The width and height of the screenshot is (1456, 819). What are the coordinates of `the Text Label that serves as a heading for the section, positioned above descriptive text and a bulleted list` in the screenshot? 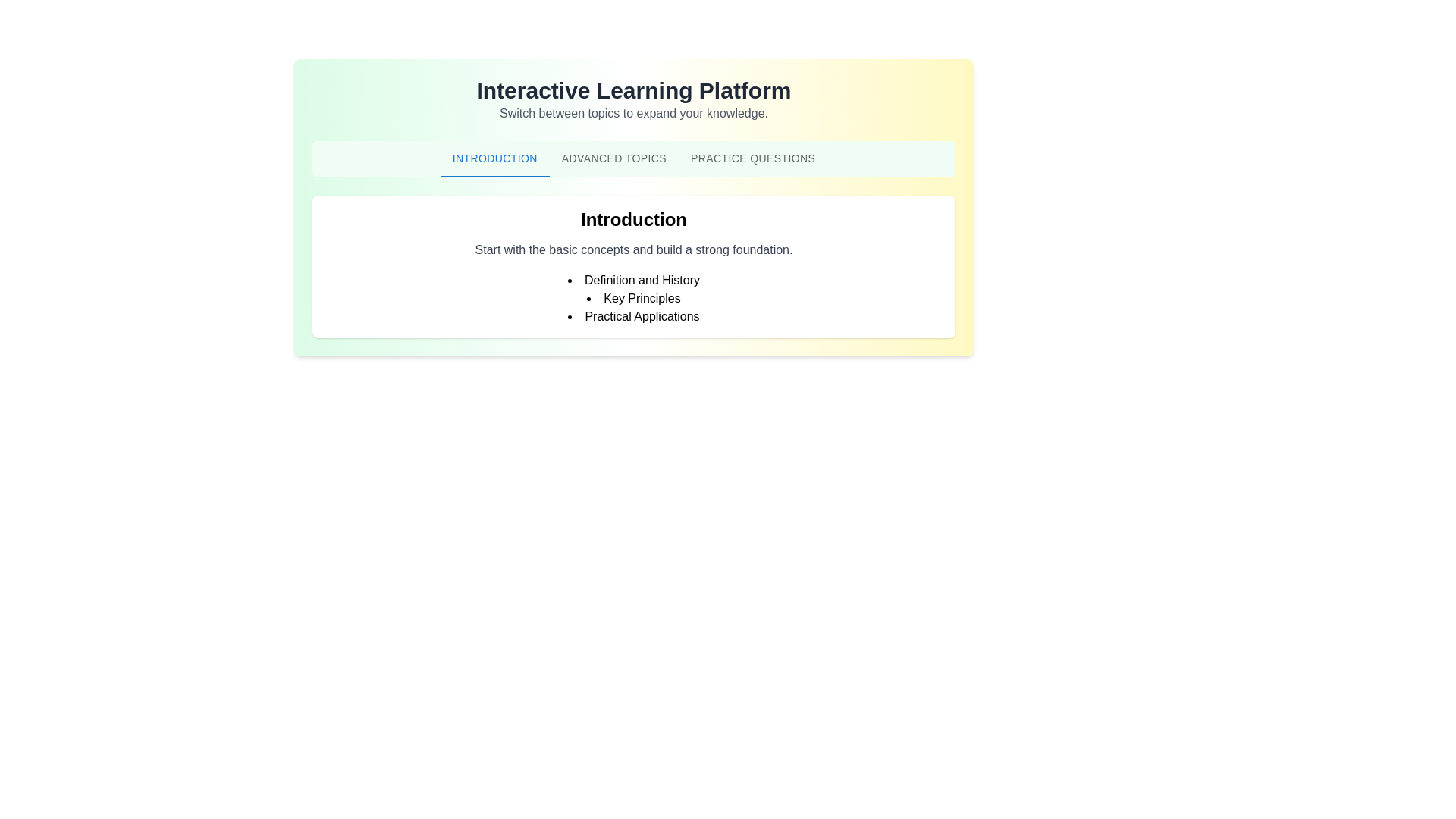 It's located at (633, 219).